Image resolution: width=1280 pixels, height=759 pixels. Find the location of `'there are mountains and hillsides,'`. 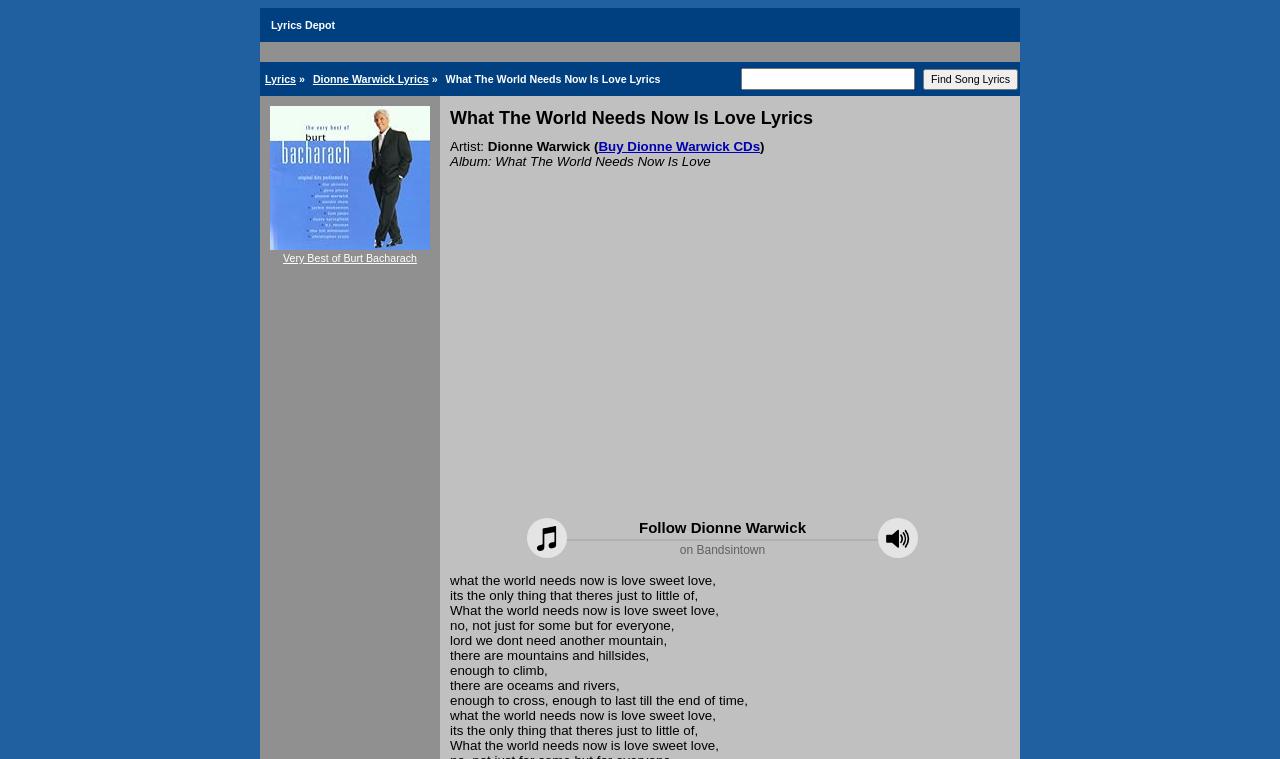

'there are mountains and hillsides,' is located at coordinates (549, 655).